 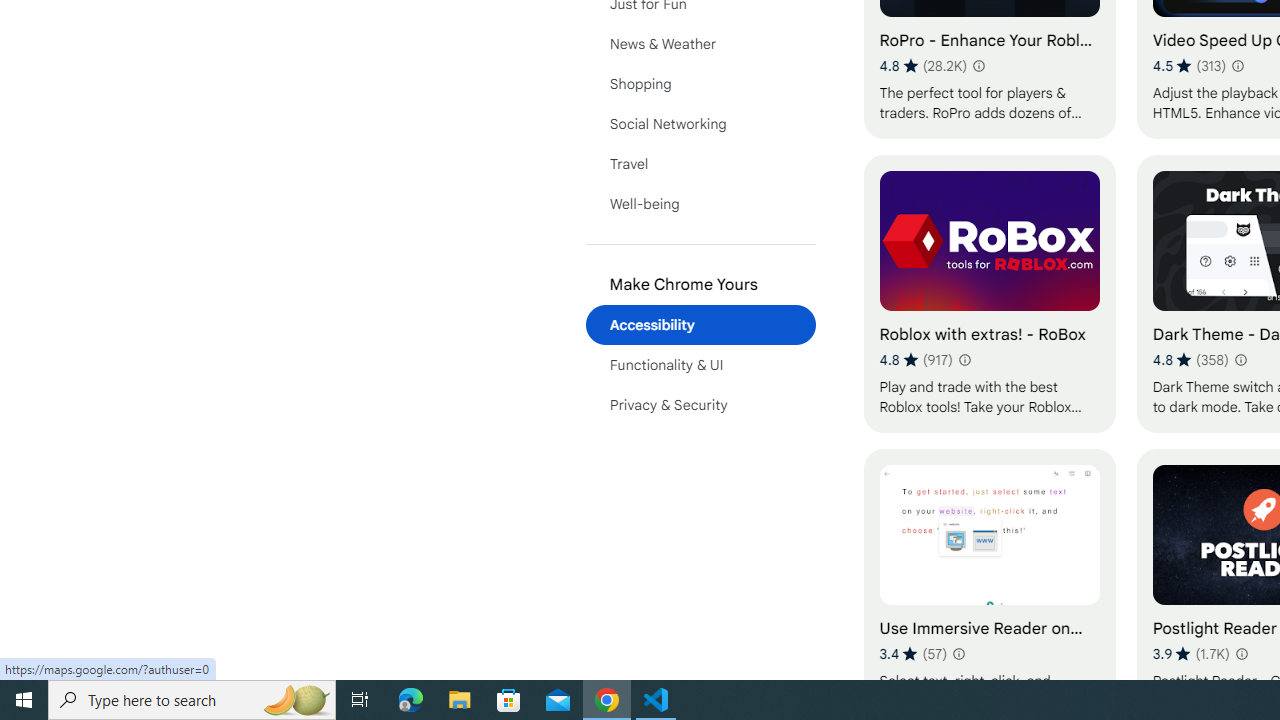 What do you see at coordinates (1239, 654) in the screenshot?
I see `'Learn more about results and reviews "Postlight Reader"'` at bounding box center [1239, 654].